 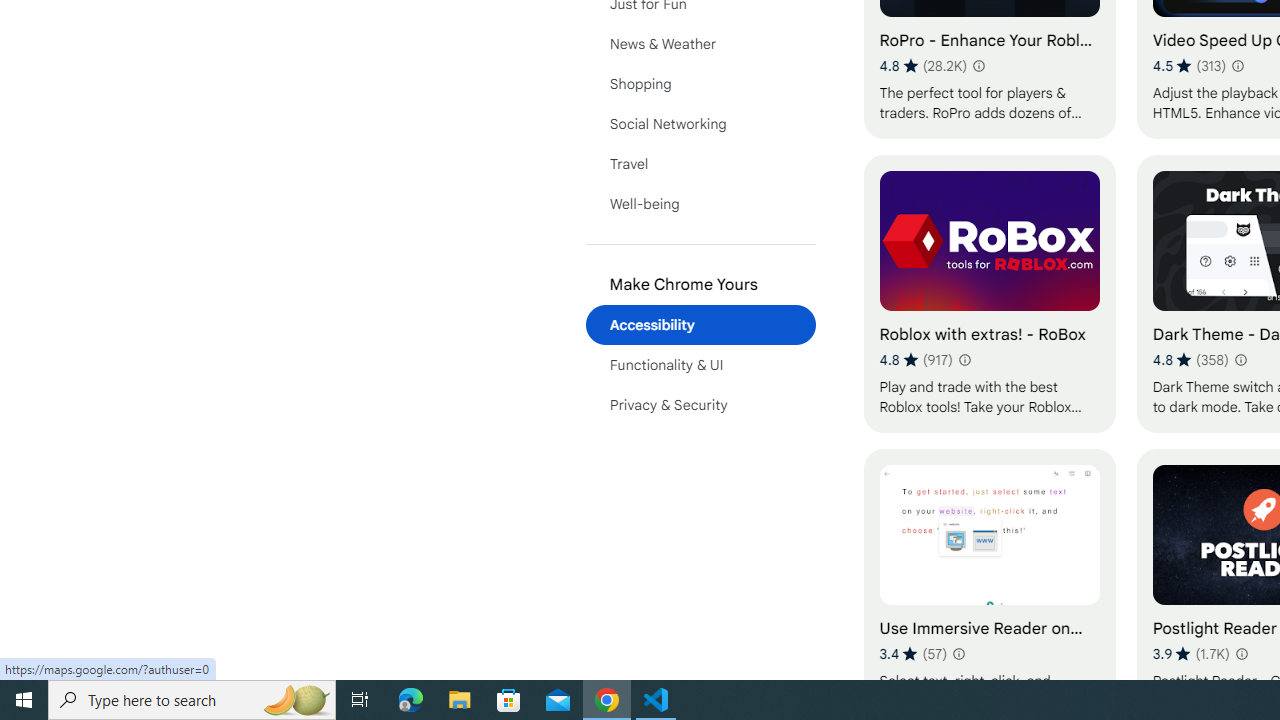 What do you see at coordinates (1239, 654) in the screenshot?
I see `'Learn more about results and reviews "Postlight Reader"'` at bounding box center [1239, 654].